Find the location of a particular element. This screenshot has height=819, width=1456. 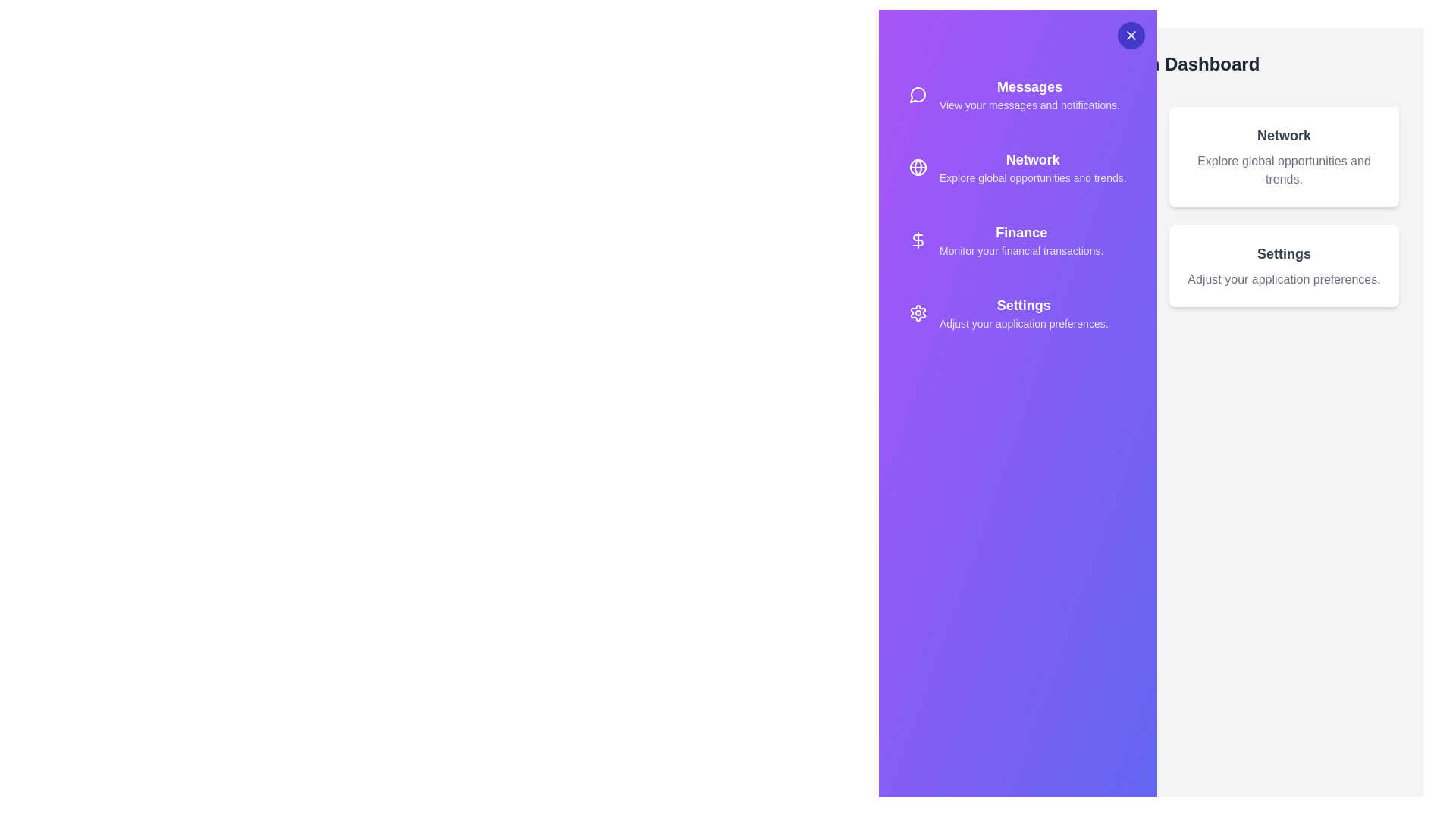

the option Network from the sidebar is located at coordinates (1018, 167).